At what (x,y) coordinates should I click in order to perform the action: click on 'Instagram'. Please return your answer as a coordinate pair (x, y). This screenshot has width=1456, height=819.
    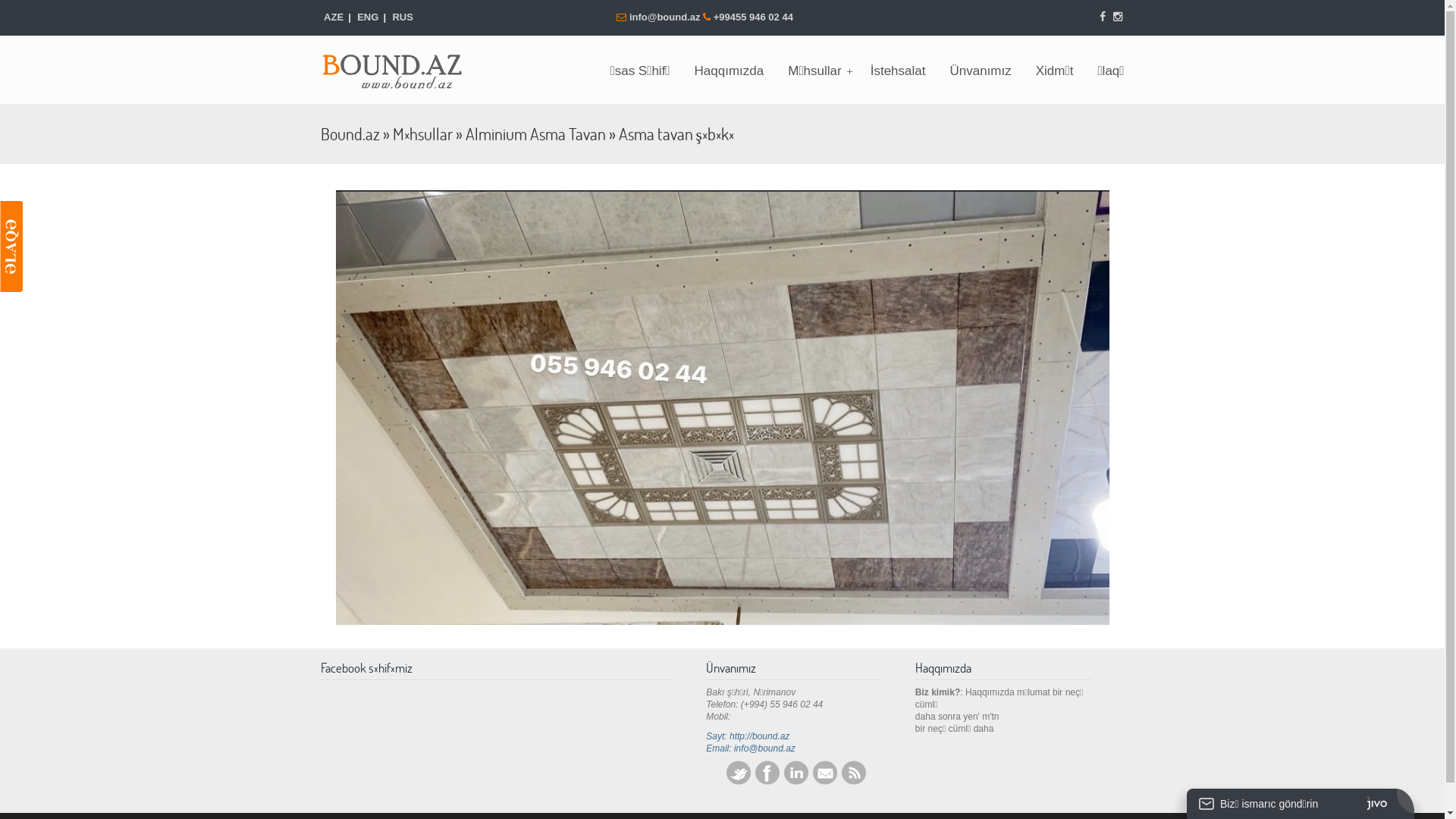
    Looking at the image, I should click on (1117, 17).